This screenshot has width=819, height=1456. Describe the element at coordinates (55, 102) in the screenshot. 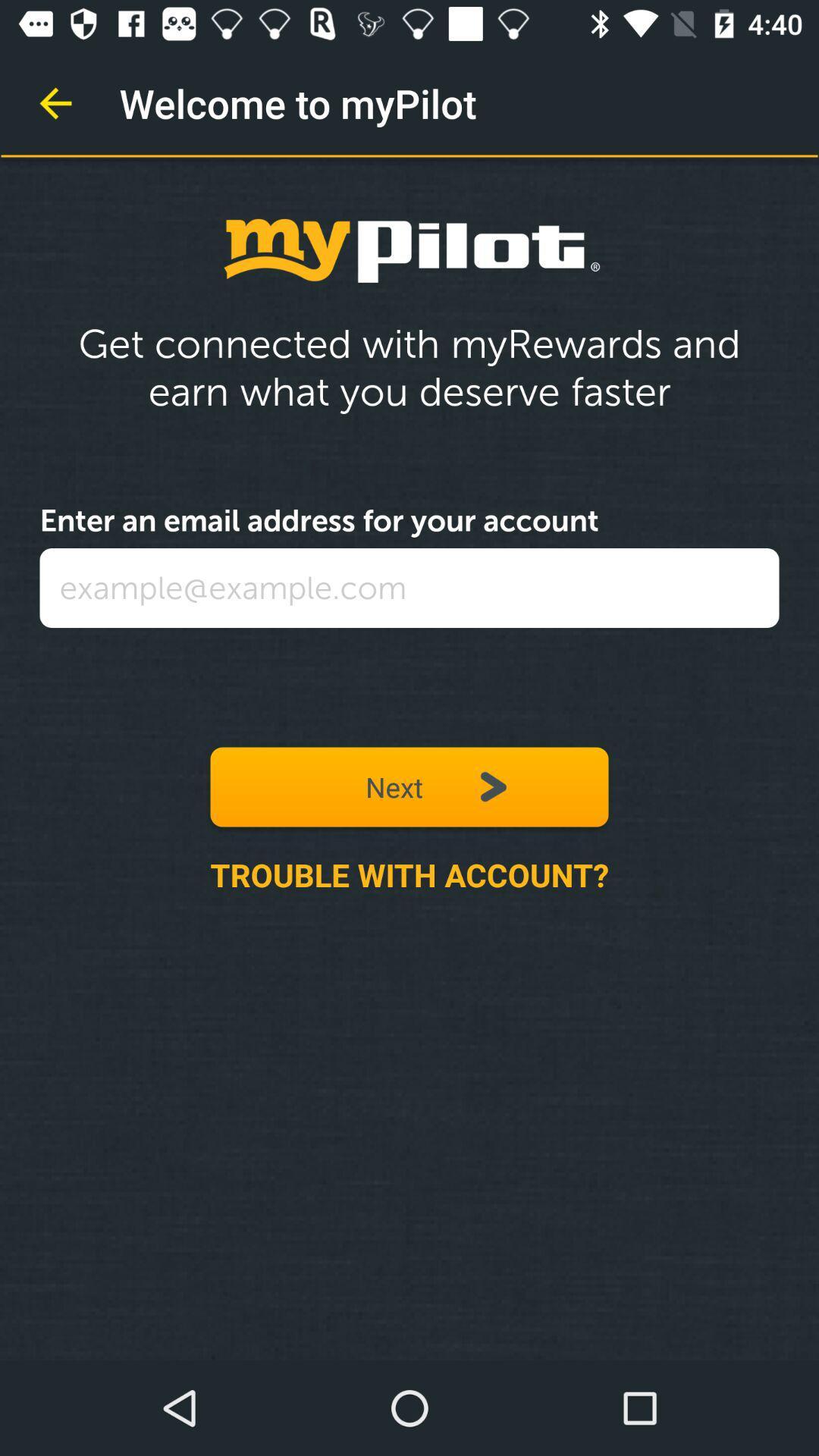

I see `the app to the left of the welcome to mypilot item` at that location.